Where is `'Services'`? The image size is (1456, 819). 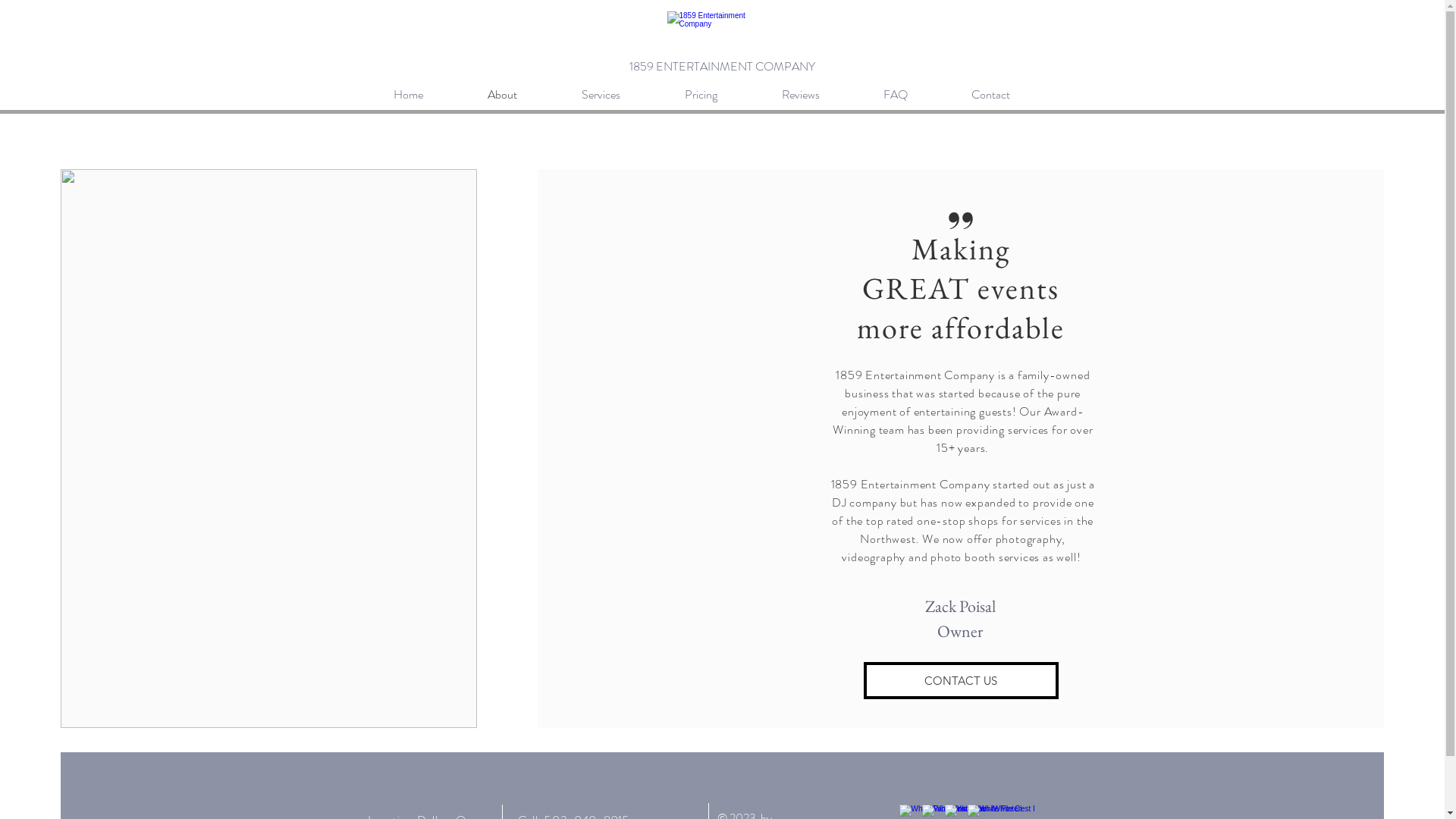
'Services' is located at coordinates (622, 94).